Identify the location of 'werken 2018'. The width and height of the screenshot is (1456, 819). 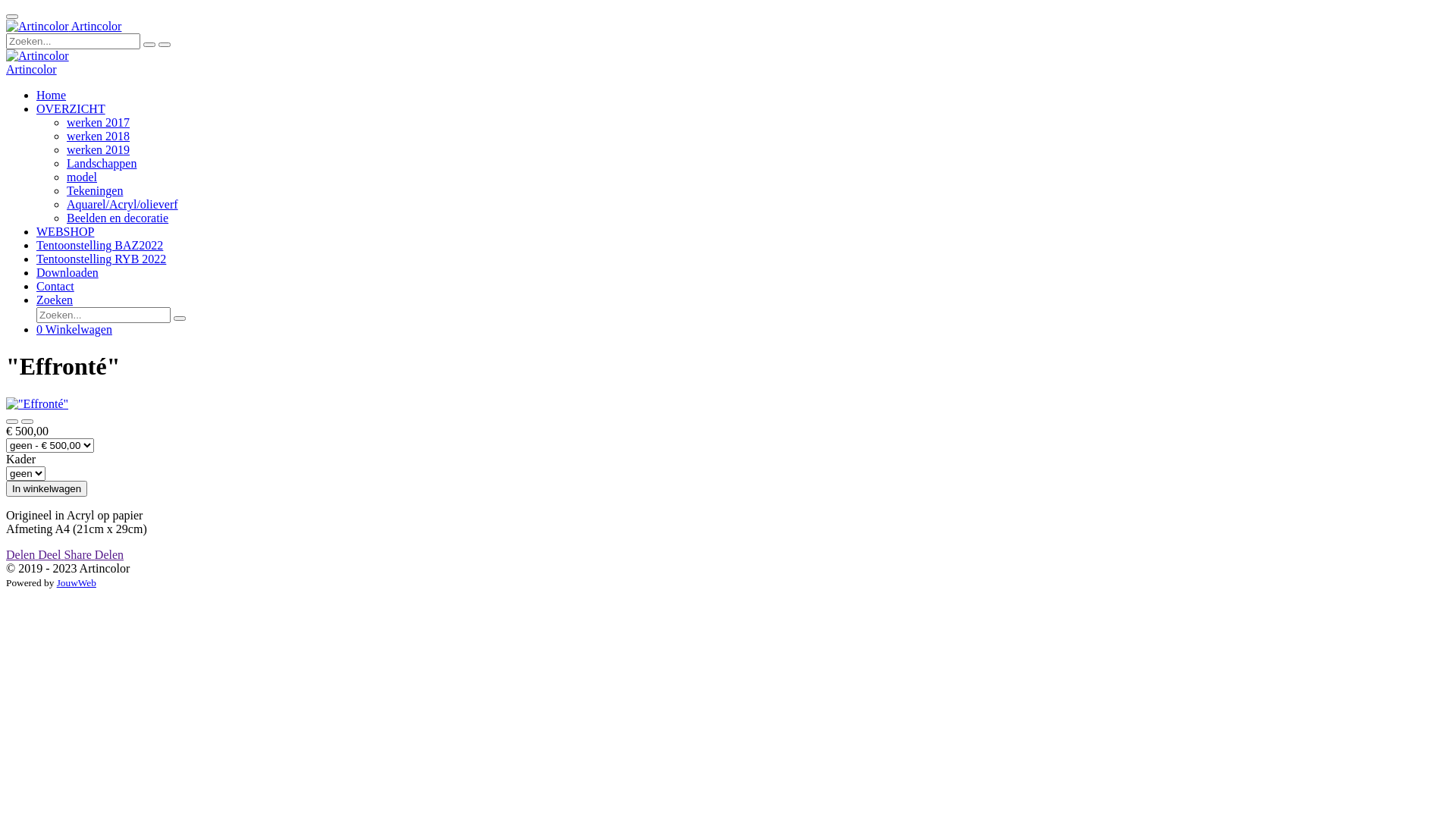
(65, 135).